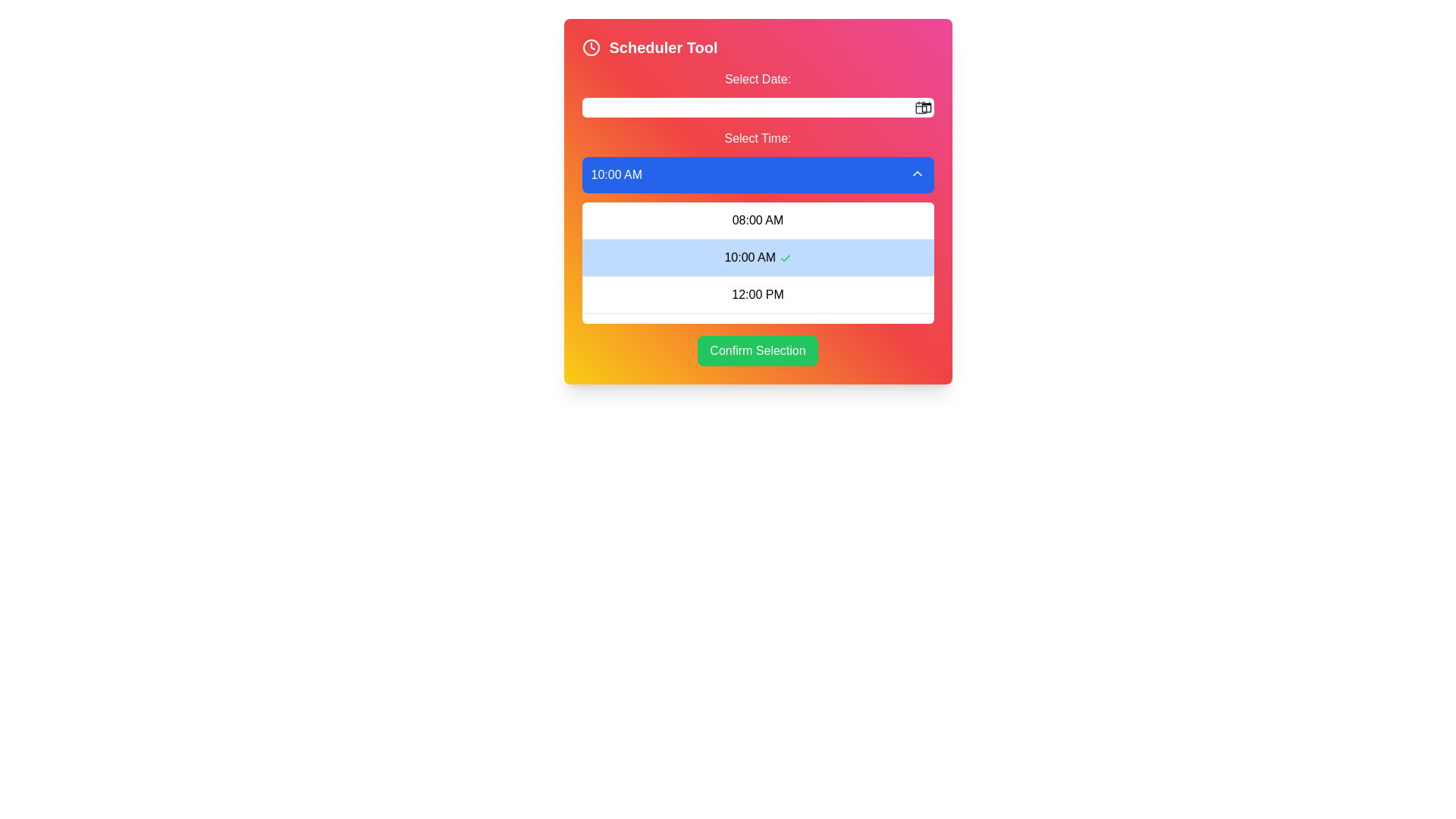 The width and height of the screenshot is (1456, 819). Describe the element at coordinates (785, 257) in the screenshot. I see `the green checkmark icon indicating confirmation for the time slot '10:00 AM', which is located towards the right end of the row containing '10:00 AM'` at that location.